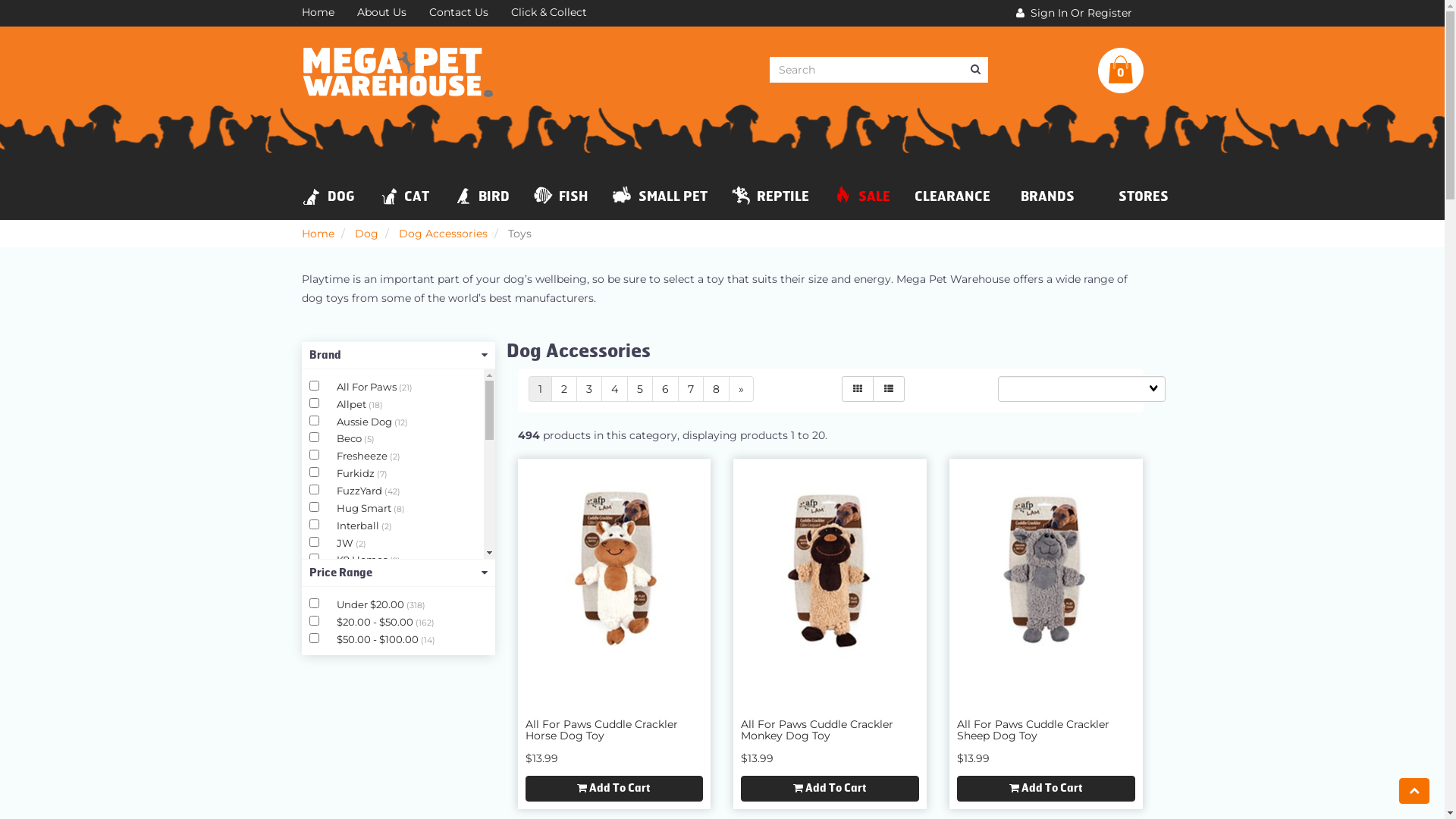  I want to click on 'Dog', so click(366, 234).